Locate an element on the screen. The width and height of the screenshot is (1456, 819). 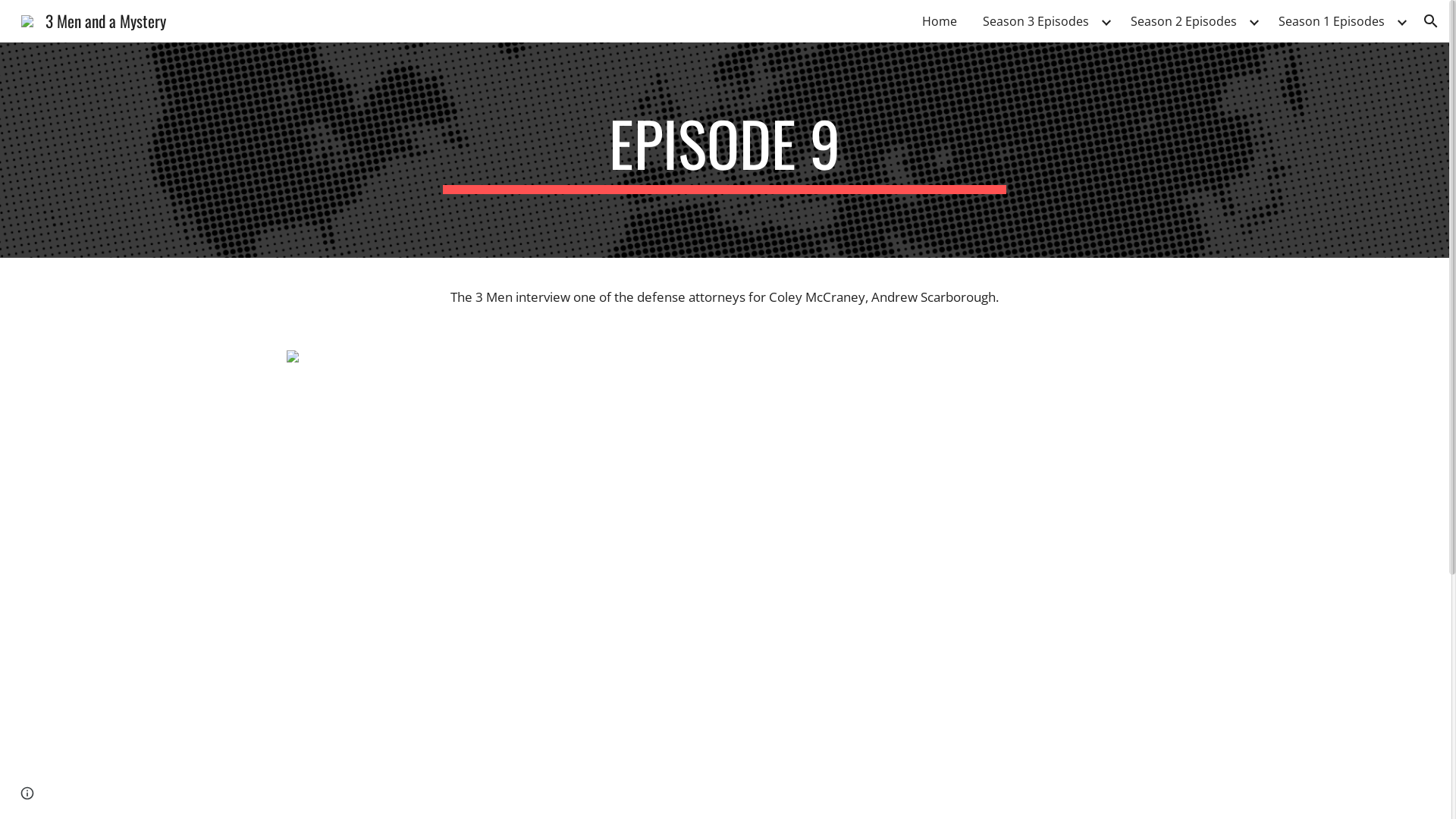
'Home' is located at coordinates (938, 20).